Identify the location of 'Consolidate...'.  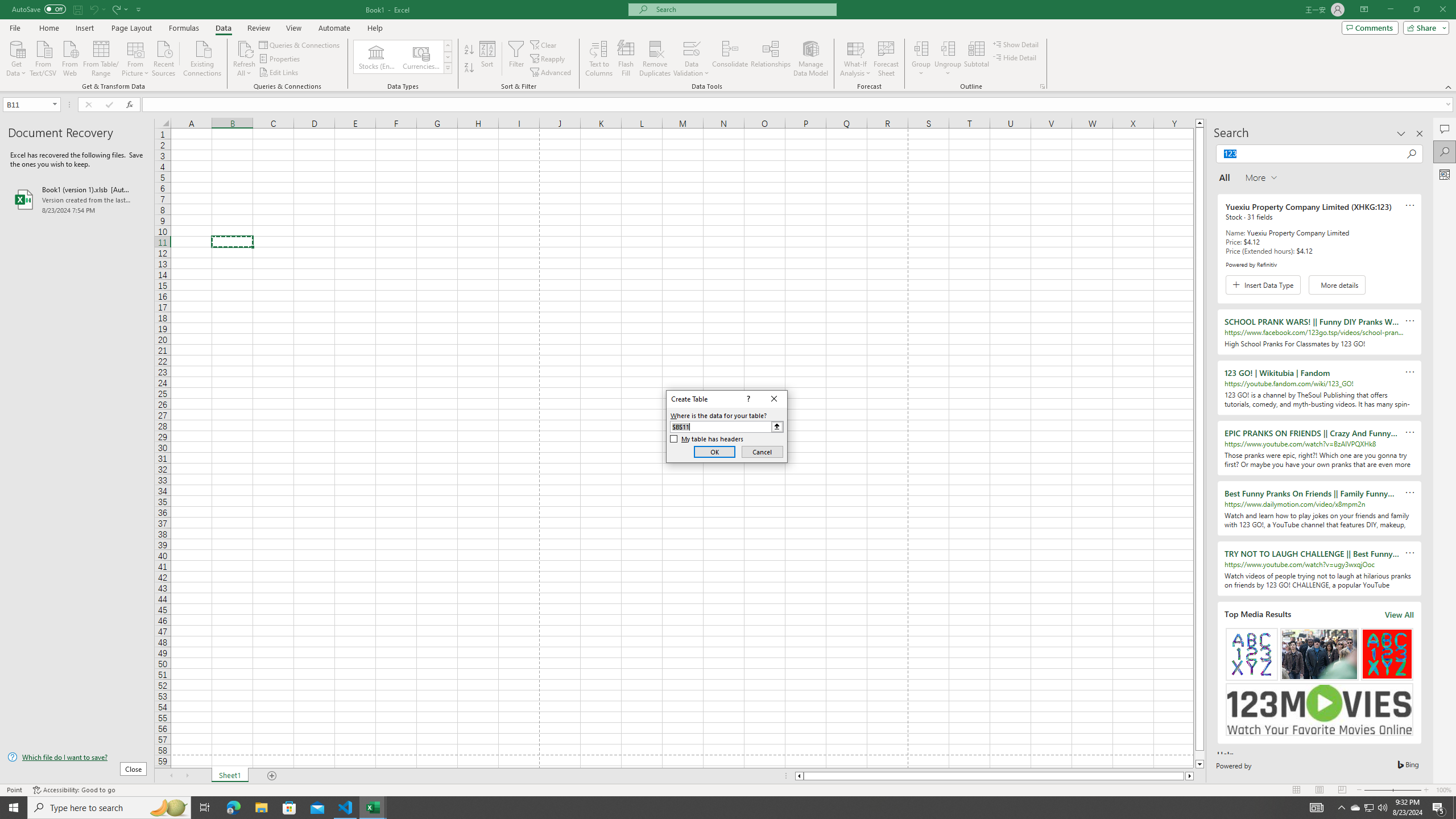
(730, 59).